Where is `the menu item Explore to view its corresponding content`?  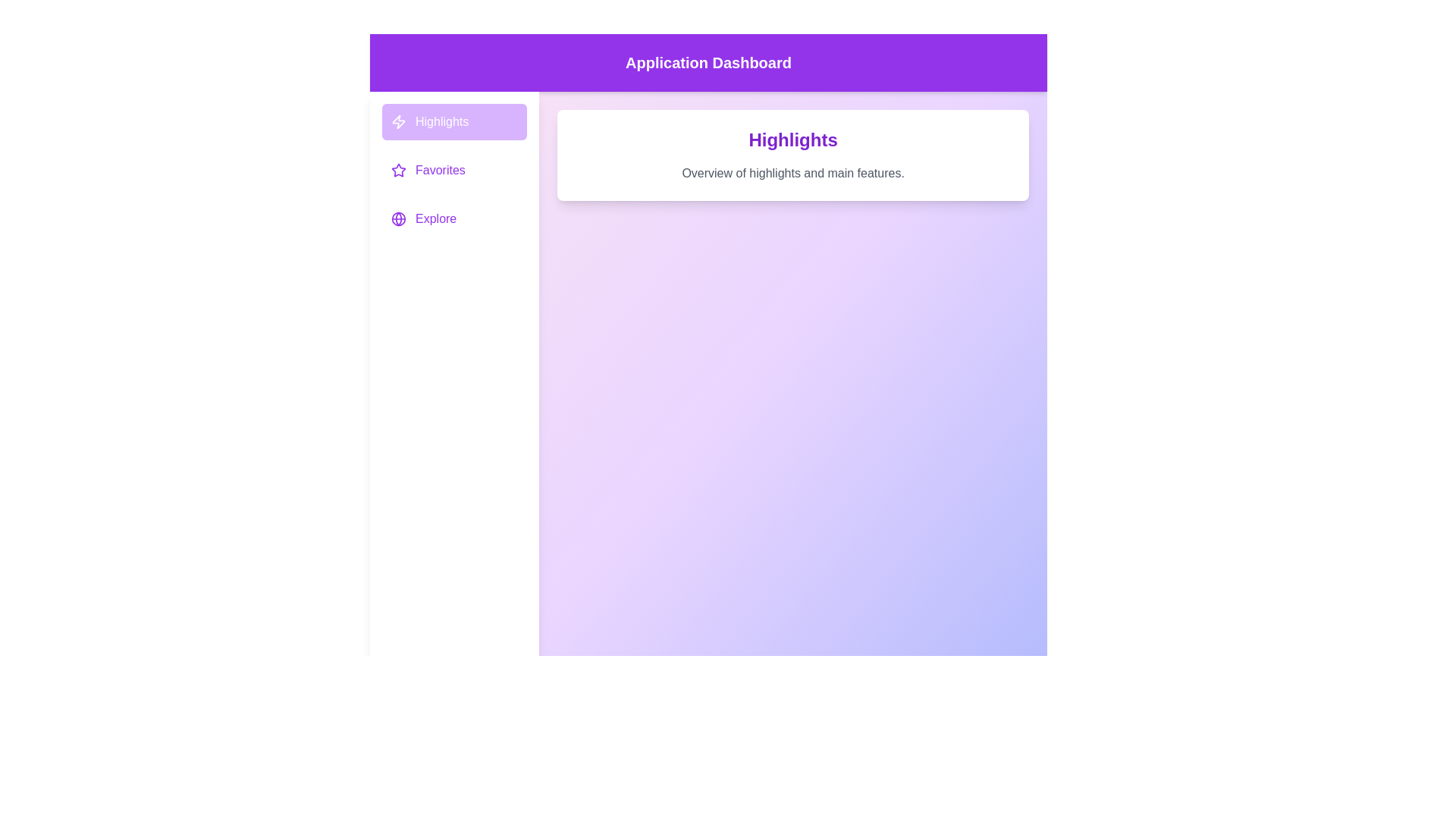
the menu item Explore to view its corresponding content is located at coordinates (453, 219).